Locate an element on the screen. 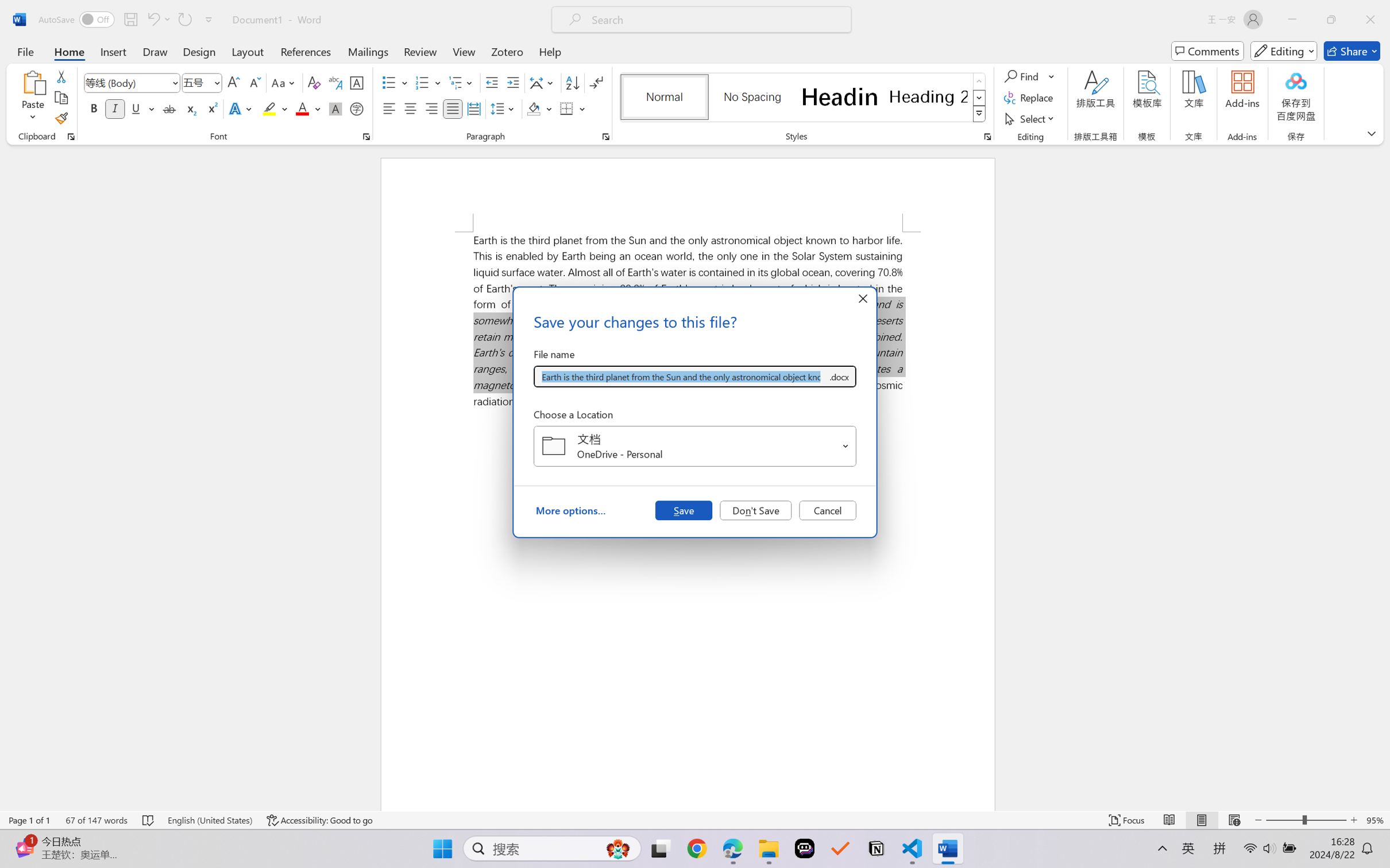 Image resolution: width=1390 pixels, height=868 pixels. 'Show/Hide Editing Marks' is located at coordinates (596, 83).